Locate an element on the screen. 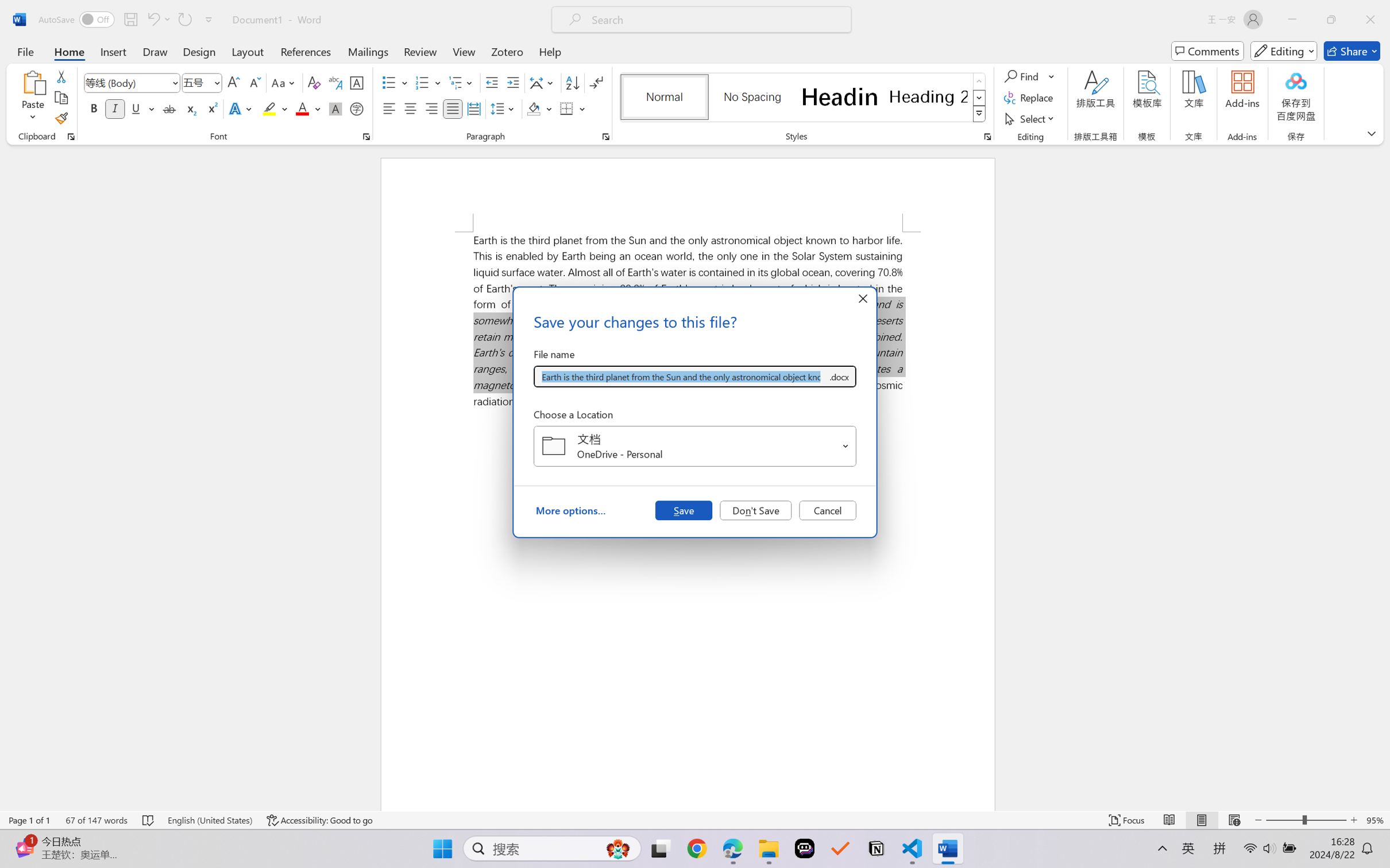 Image resolution: width=1390 pixels, height=868 pixels. 'Show/Hide Editing Marks' is located at coordinates (596, 83).